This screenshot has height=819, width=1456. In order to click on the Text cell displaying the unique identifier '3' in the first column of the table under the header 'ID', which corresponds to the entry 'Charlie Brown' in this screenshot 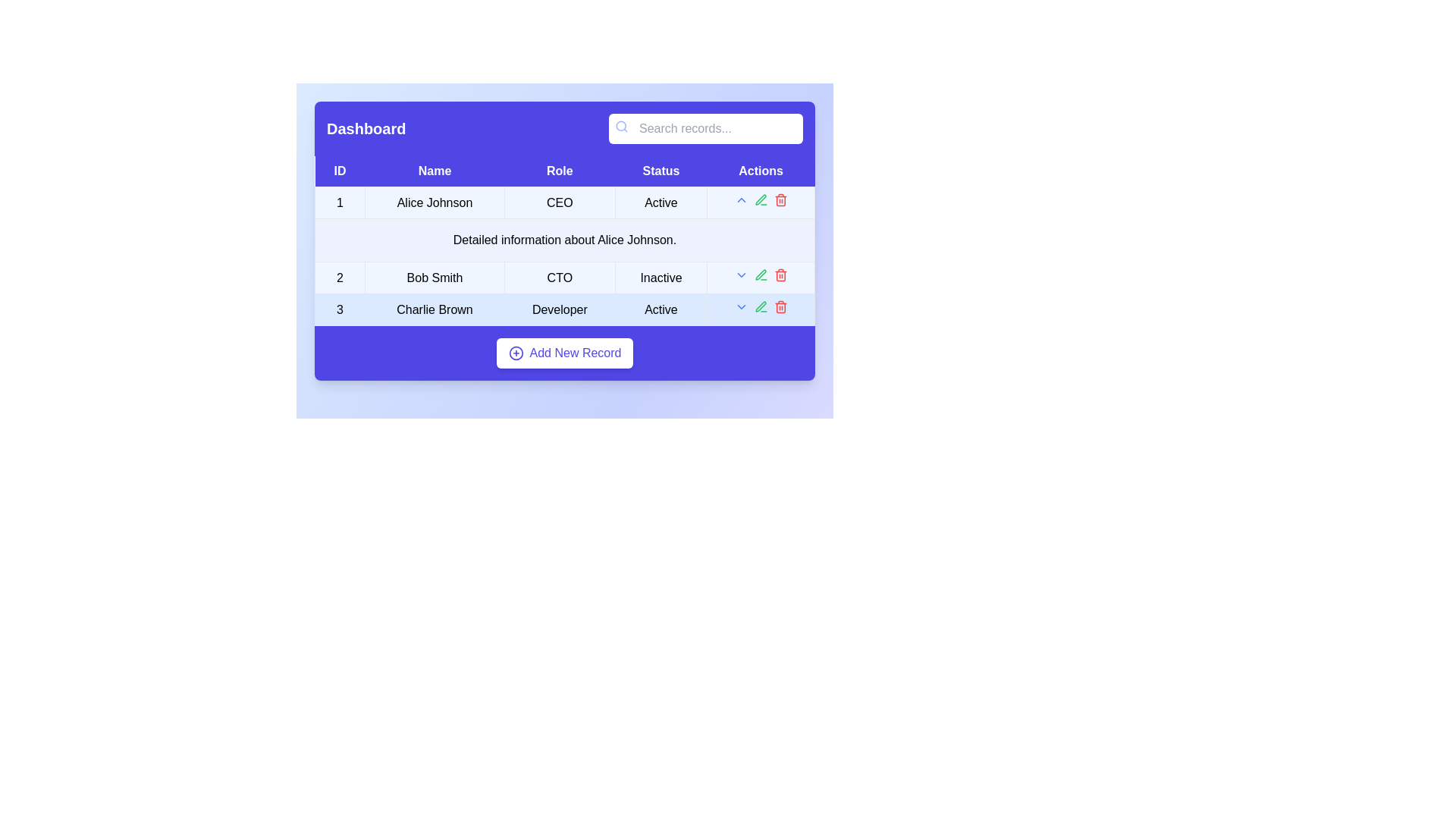, I will do `click(339, 309)`.